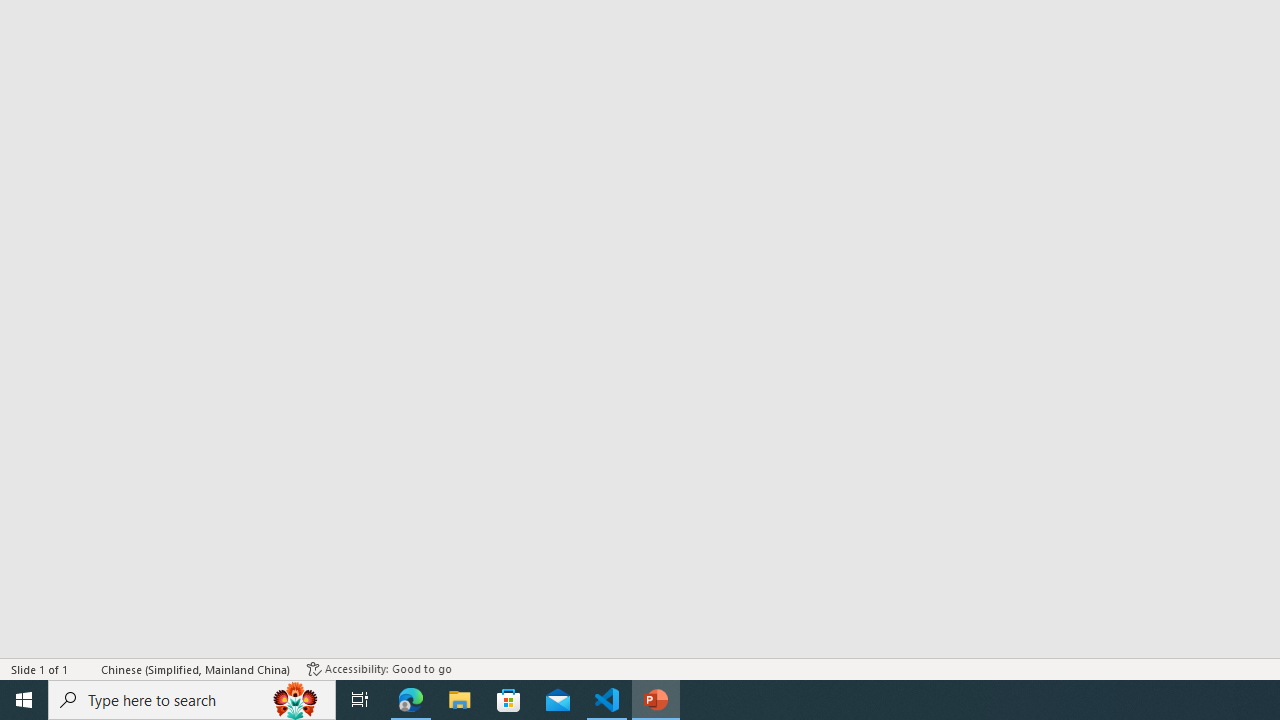 The width and height of the screenshot is (1280, 720). Describe the element at coordinates (606, 698) in the screenshot. I see `'Visual Studio Code - 1 running window'` at that location.